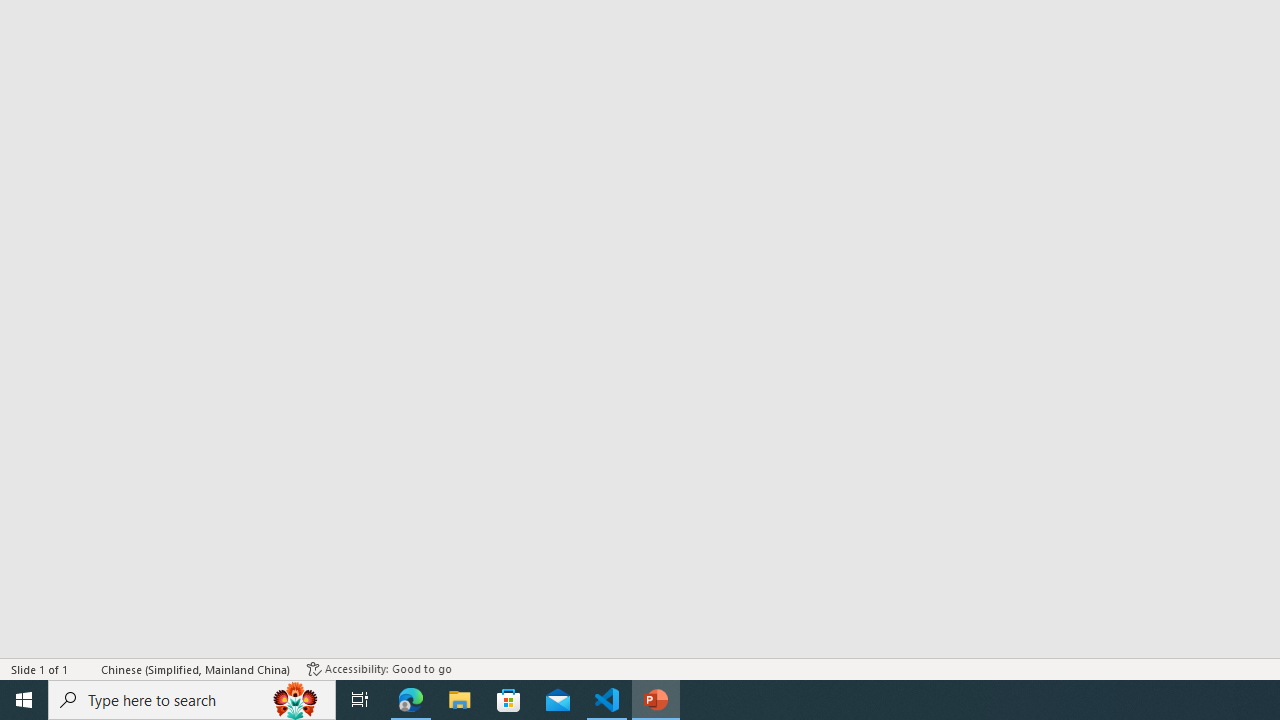 The width and height of the screenshot is (1280, 720). Describe the element at coordinates (606, 698) in the screenshot. I see `'Visual Studio Code - 1 running window'` at that location.